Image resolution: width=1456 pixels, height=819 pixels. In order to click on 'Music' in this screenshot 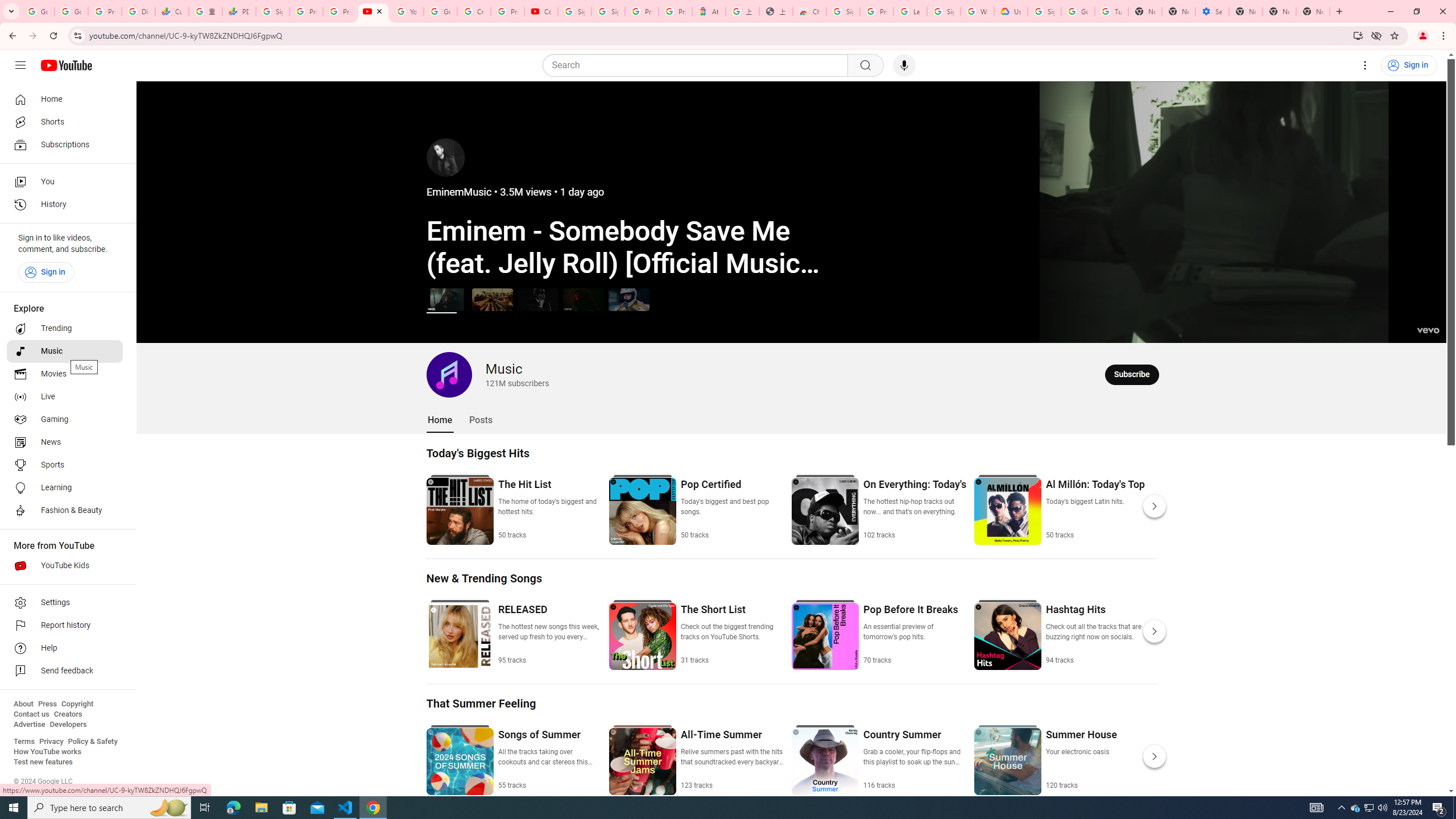, I will do `click(64, 350)`.